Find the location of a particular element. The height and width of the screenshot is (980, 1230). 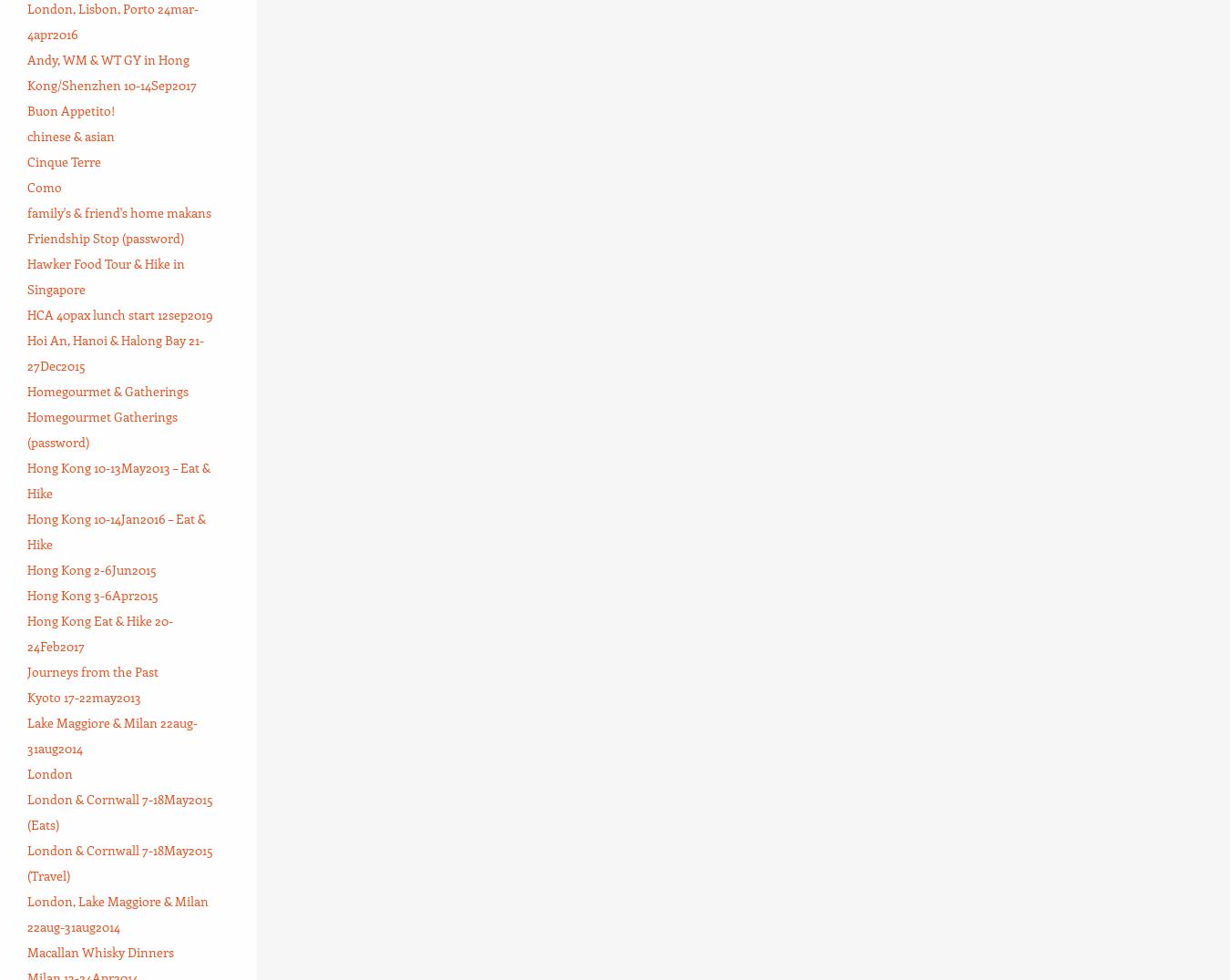

'HCA 40pax lunch start 12sep2019' is located at coordinates (26, 313).